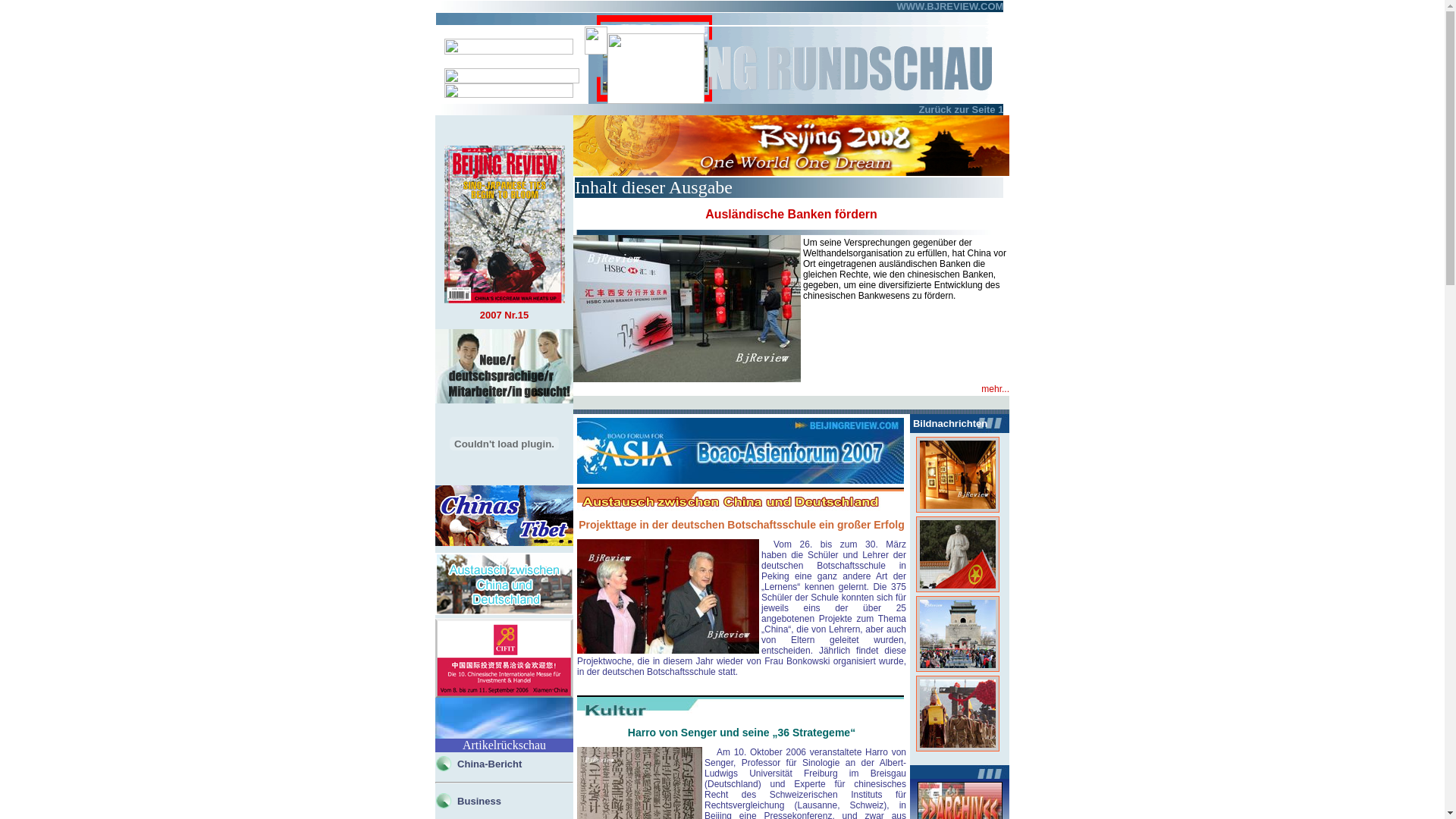  Describe the element at coordinates (995, 388) in the screenshot. I see `'mehr...'` at that location.